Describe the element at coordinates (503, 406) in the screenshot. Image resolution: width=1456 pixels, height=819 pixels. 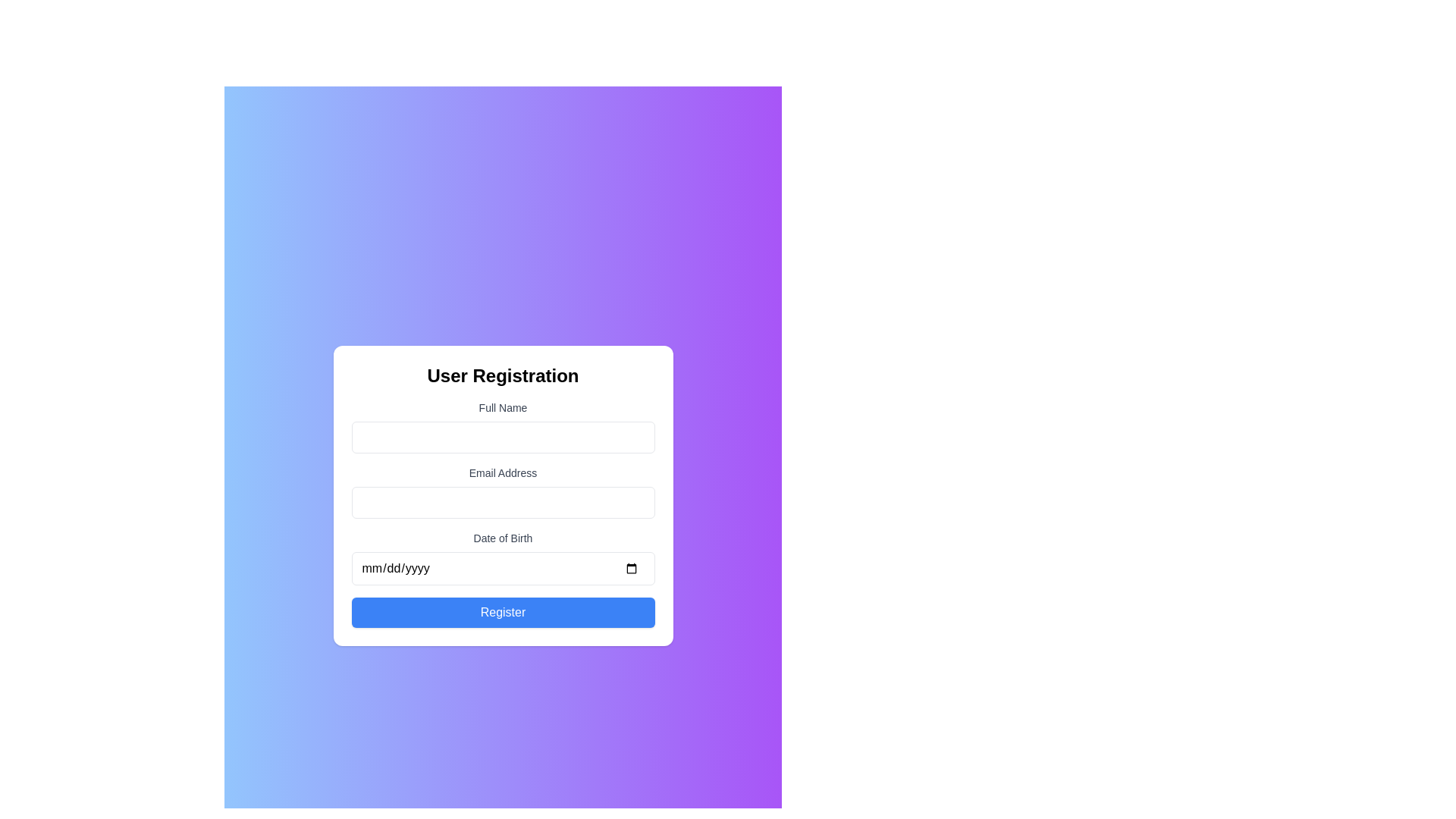
I see `the label that indicates the expected input for the user's full name, which is located at the top of the input field in the user registration form` at that location.